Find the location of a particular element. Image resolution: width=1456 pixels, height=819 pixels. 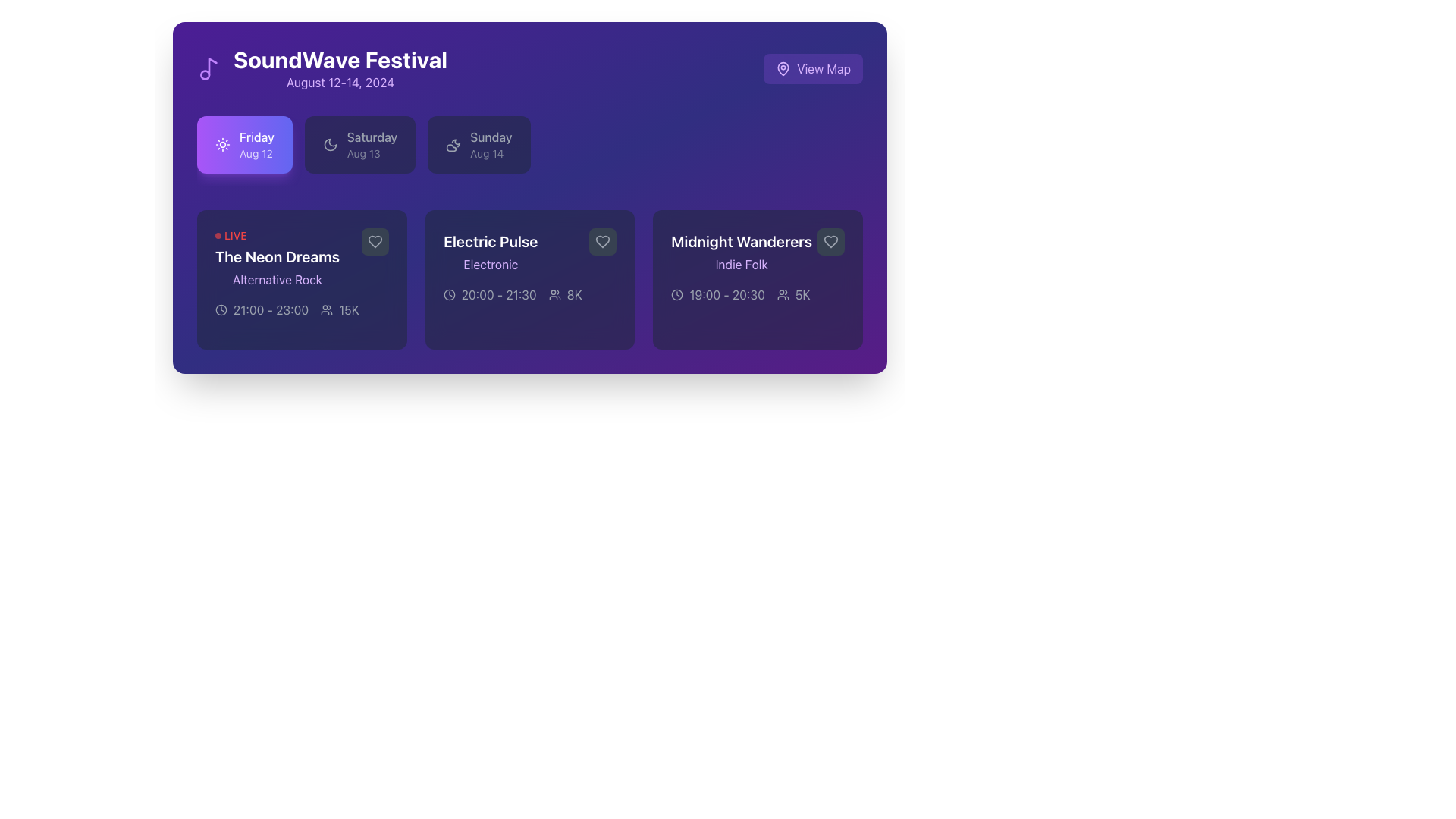

the read-only information display showing '5K' attendees for the 'Midnight Wanderers' event, located adjacent to the event's time text '19:00 - 20:30' is located at coordinates (792, 295).